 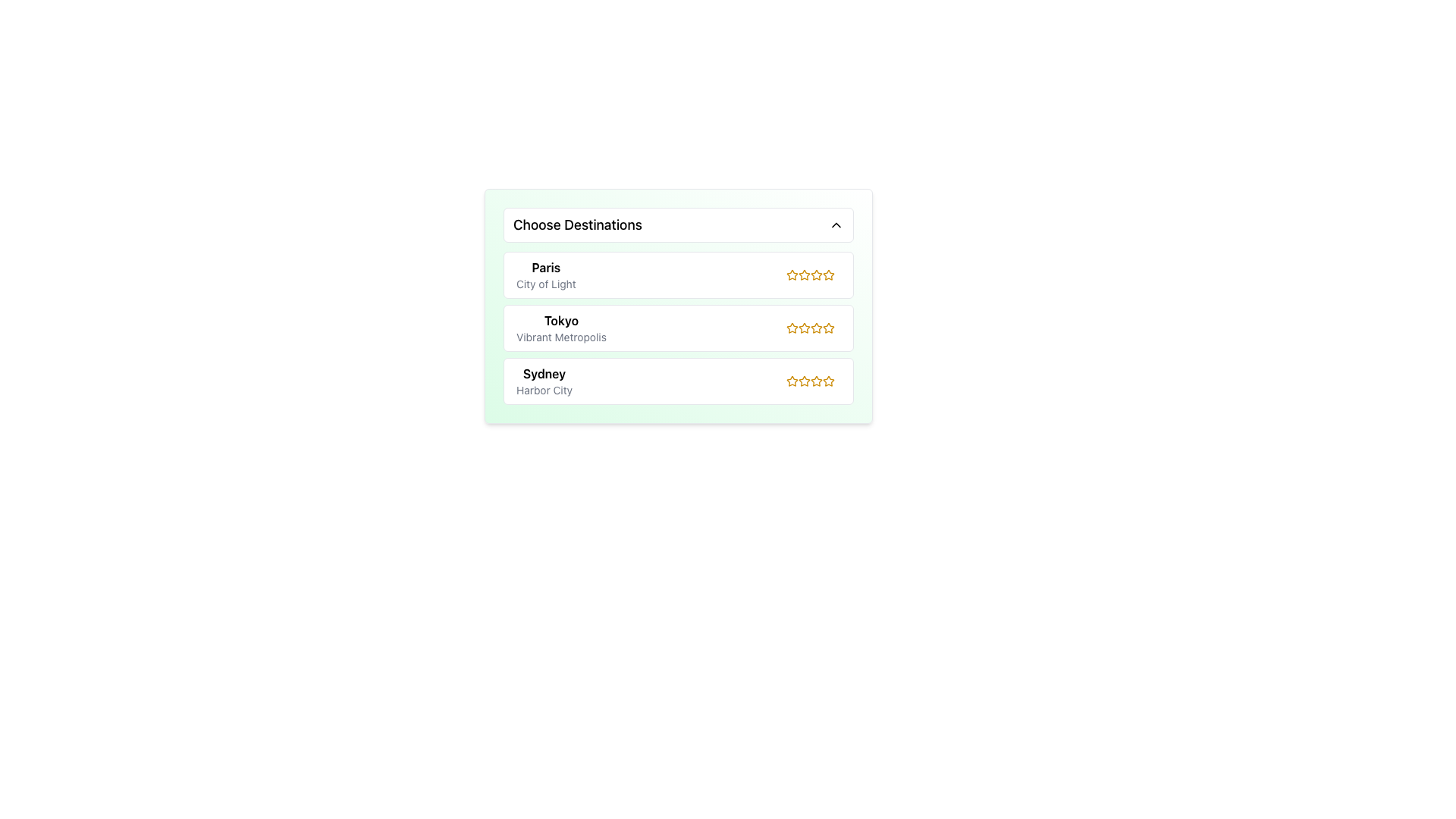 I want to click on the third star icon in the horizontal row of five stars, located near the 'Sydney' label, to trigger tooltip or highlight effects, so click(x=828, y=380).